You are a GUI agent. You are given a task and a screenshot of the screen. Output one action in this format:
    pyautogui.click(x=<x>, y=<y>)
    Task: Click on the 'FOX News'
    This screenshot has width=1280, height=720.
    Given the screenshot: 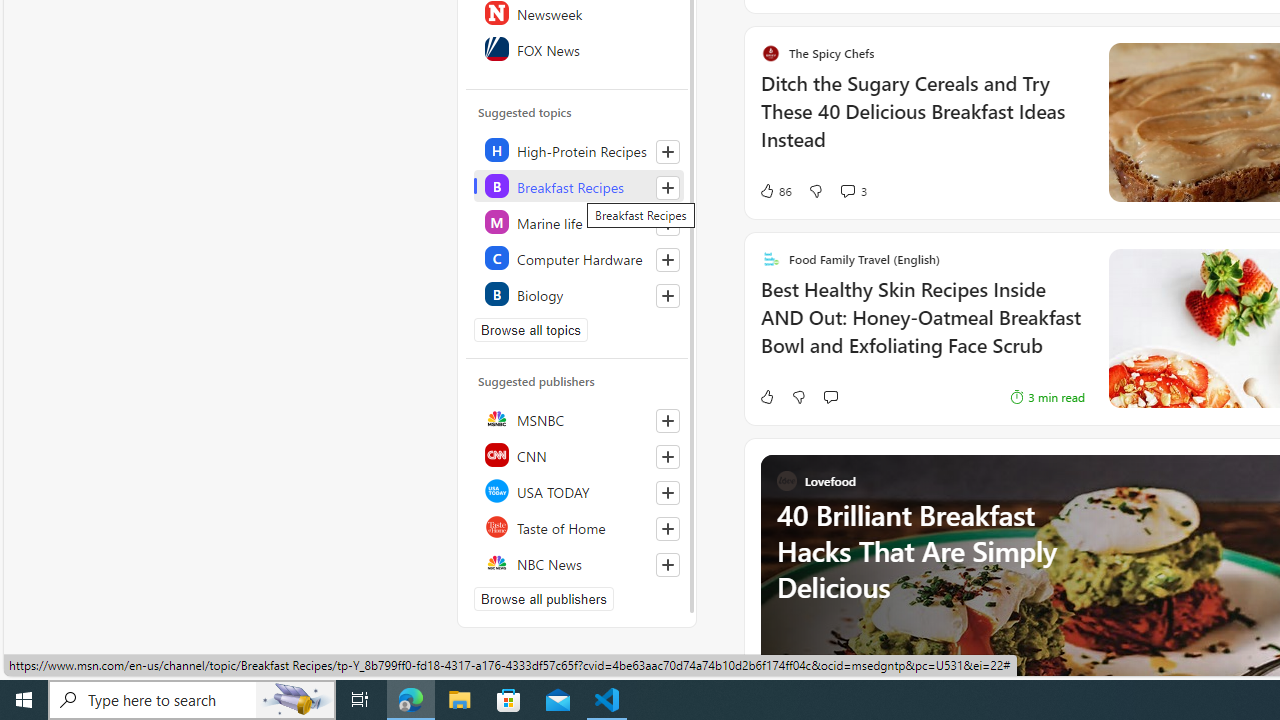 What is the action you would take?
    pyautogui.click(x=577, y=47)
    